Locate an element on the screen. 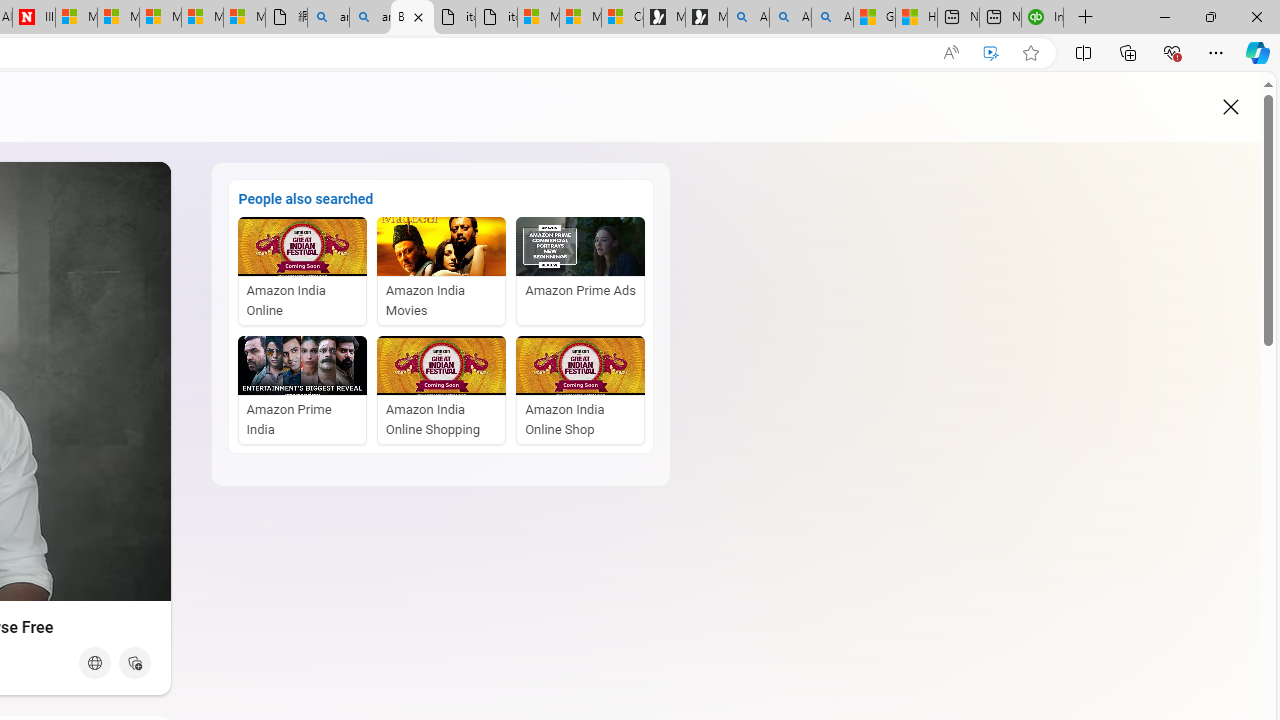 Image resolution: width=1280 pixels, height=720 pixels. 'Intuit QuickBooks Online - Quickbooks' is located at coordinates (1041, 17).